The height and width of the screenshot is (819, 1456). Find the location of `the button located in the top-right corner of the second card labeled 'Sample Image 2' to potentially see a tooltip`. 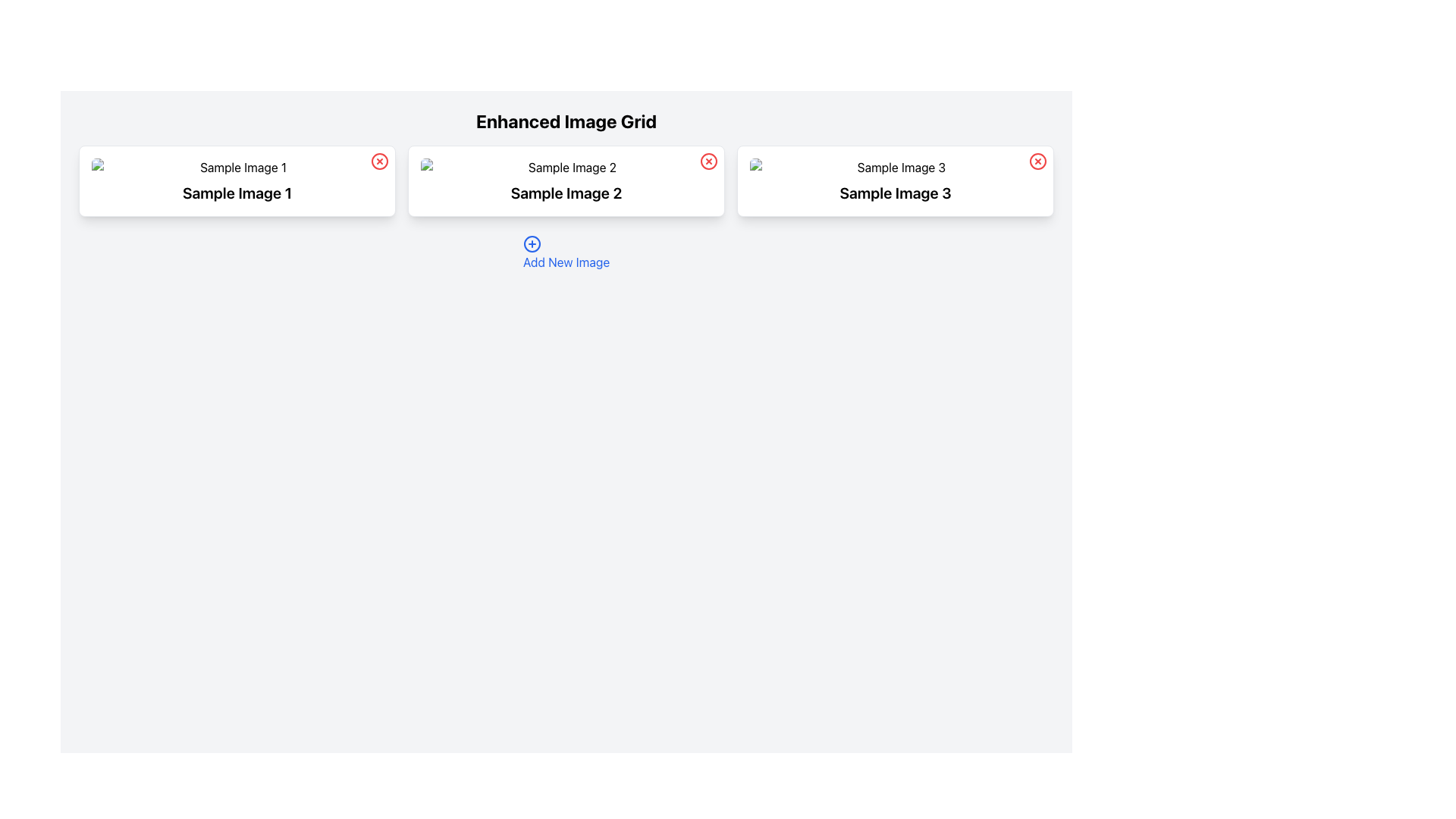

the button located in the top-right corner of the second card labeled 'Sample Image 2' to potentially see a tooltip is located at coordinates (708, 161).